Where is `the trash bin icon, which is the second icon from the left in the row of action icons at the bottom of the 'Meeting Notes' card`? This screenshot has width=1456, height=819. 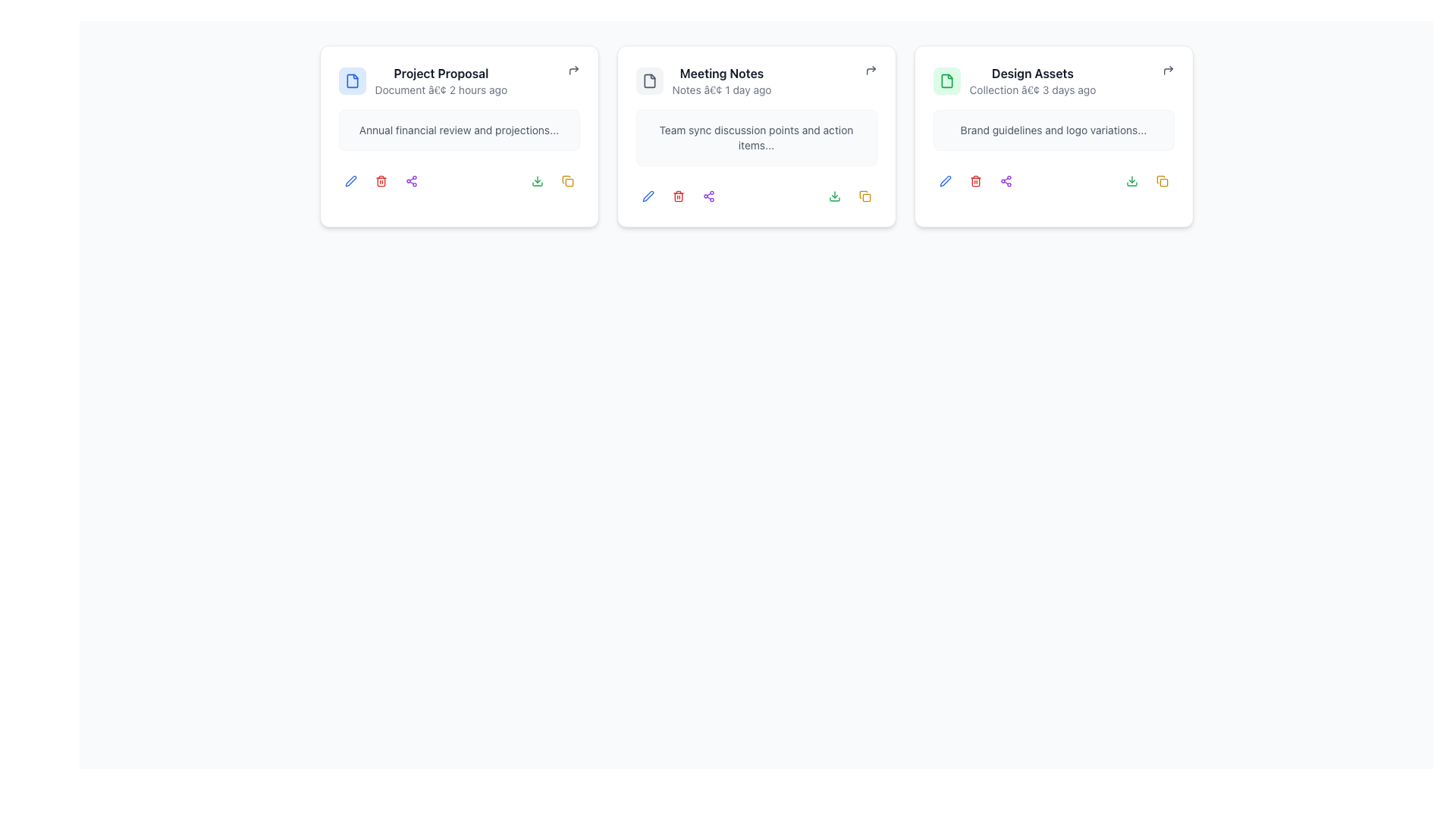
the trash bin icon, which is the second icon from the left in the row of action icons at the bottom of the 'Meeting Notes' card is located at coordinates (677, 195).